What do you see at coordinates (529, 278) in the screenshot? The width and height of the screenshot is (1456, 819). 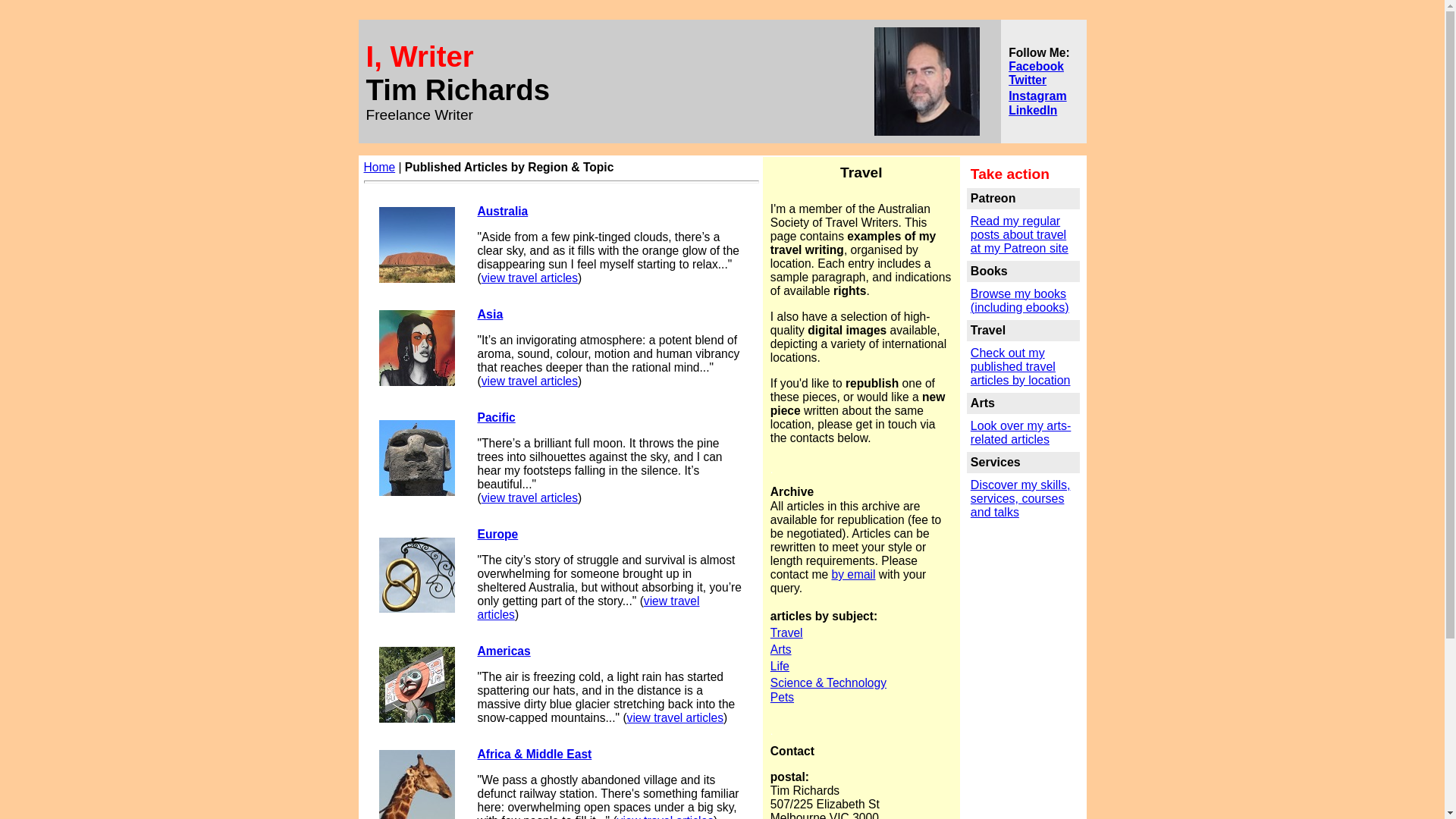 I see `'view travel articles'` at bounding box center [529, 278].